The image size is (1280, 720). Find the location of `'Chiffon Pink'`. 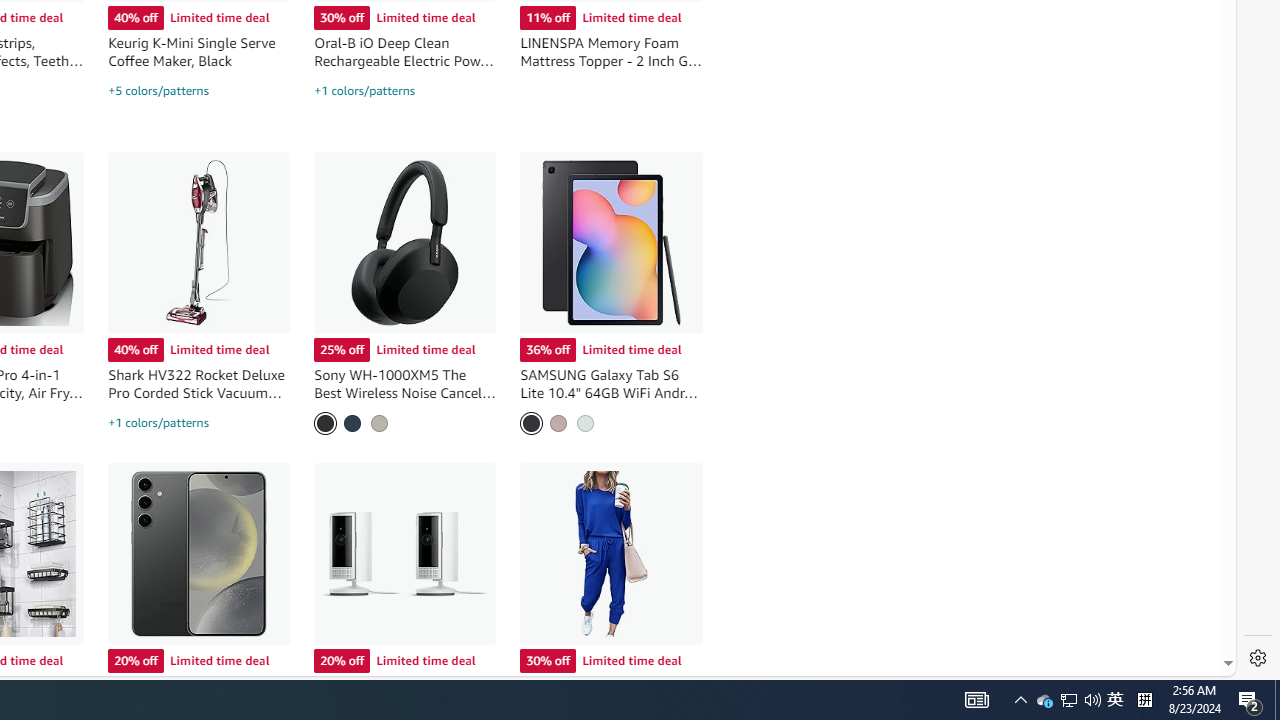

'Chiffon Pink' is located at coordinates (558, 422).